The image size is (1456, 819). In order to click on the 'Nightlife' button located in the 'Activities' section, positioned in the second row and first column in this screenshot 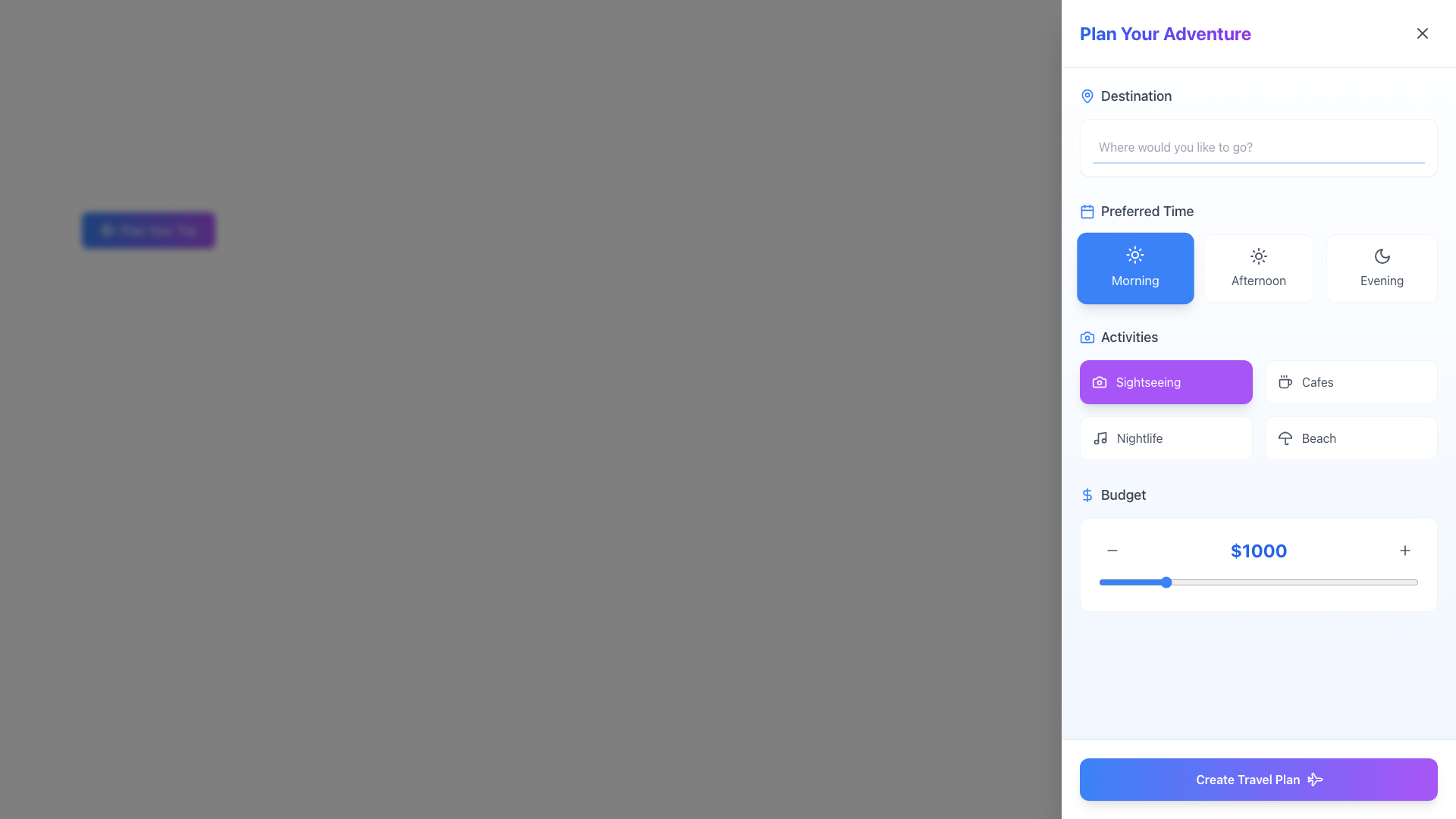, I will do `click(1165, 438)`.